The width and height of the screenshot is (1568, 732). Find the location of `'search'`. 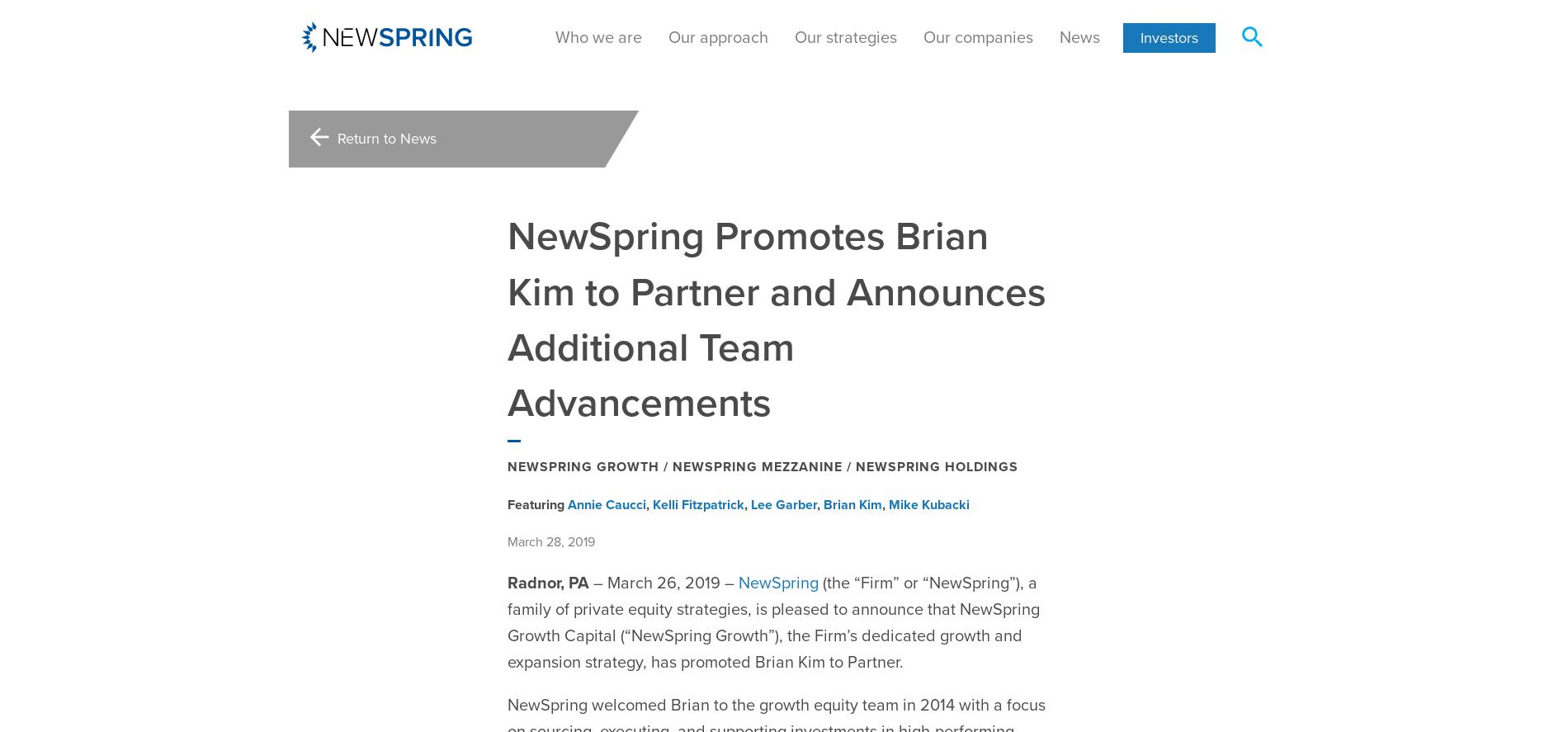

'search' is located at coordinates (1252, 36).